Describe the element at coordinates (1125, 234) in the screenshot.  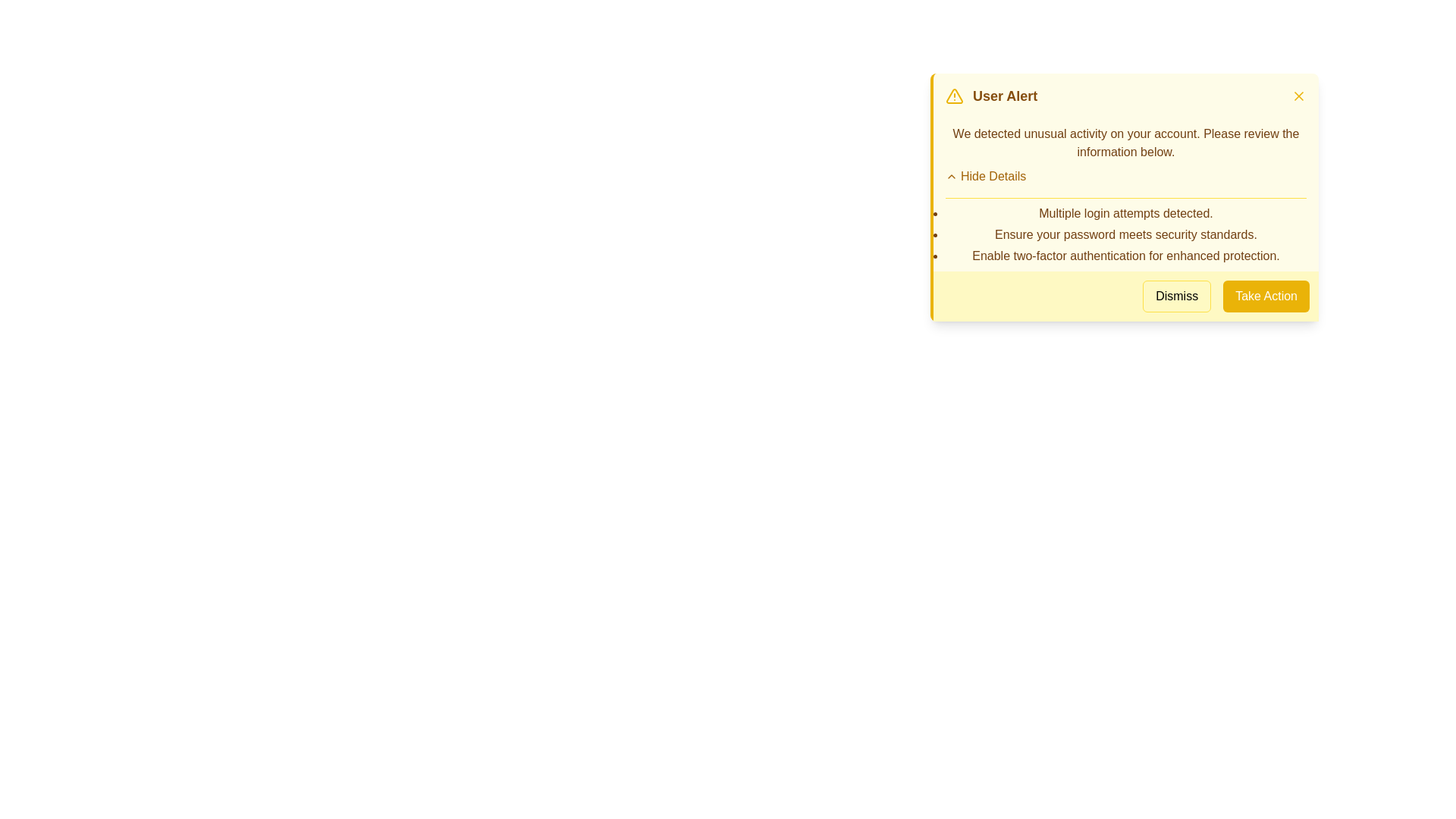
I see `informative message about password security guidelines located in the second item of the bulleted list within the warning notification, positioned towards the center-left area of the popup` at that location.